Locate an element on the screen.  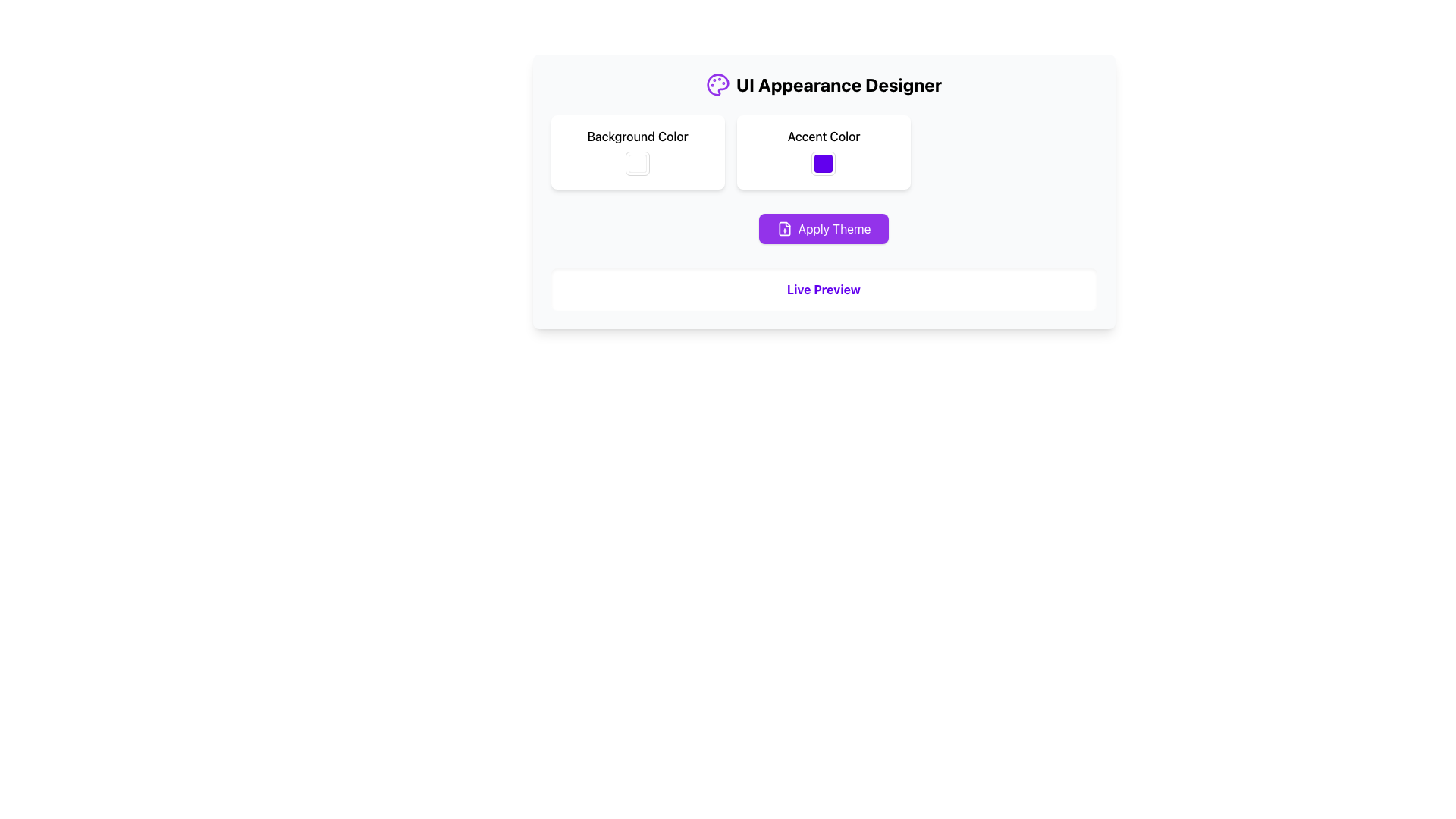
the 'UI Appearance Designer' header, which is a bold, large-font title located at the top of the card interface, accompanied by a purple palette icon on the left is located at coordinates (823, 84).